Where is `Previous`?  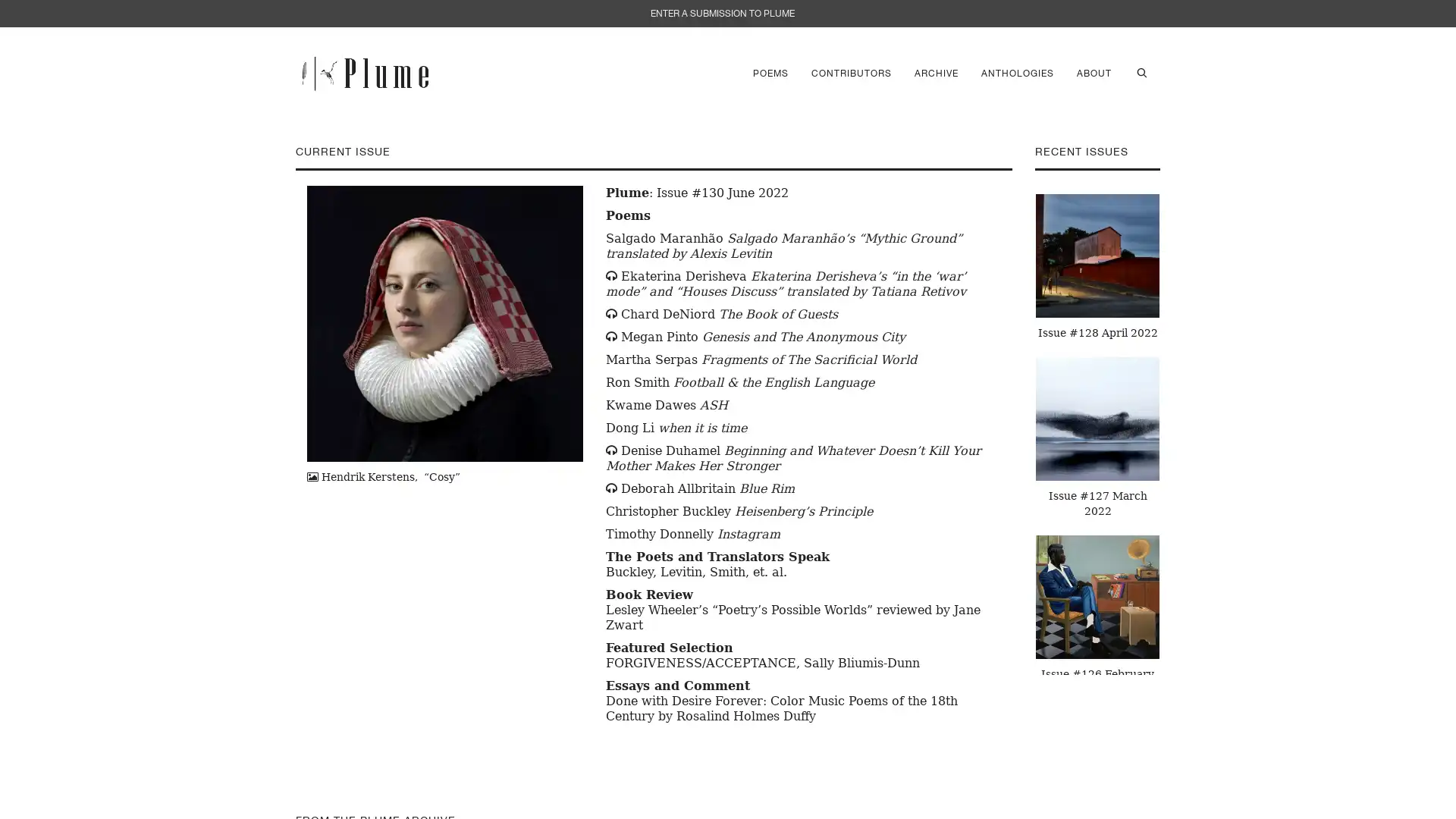
Previous is located at coordinates (1023, 430).